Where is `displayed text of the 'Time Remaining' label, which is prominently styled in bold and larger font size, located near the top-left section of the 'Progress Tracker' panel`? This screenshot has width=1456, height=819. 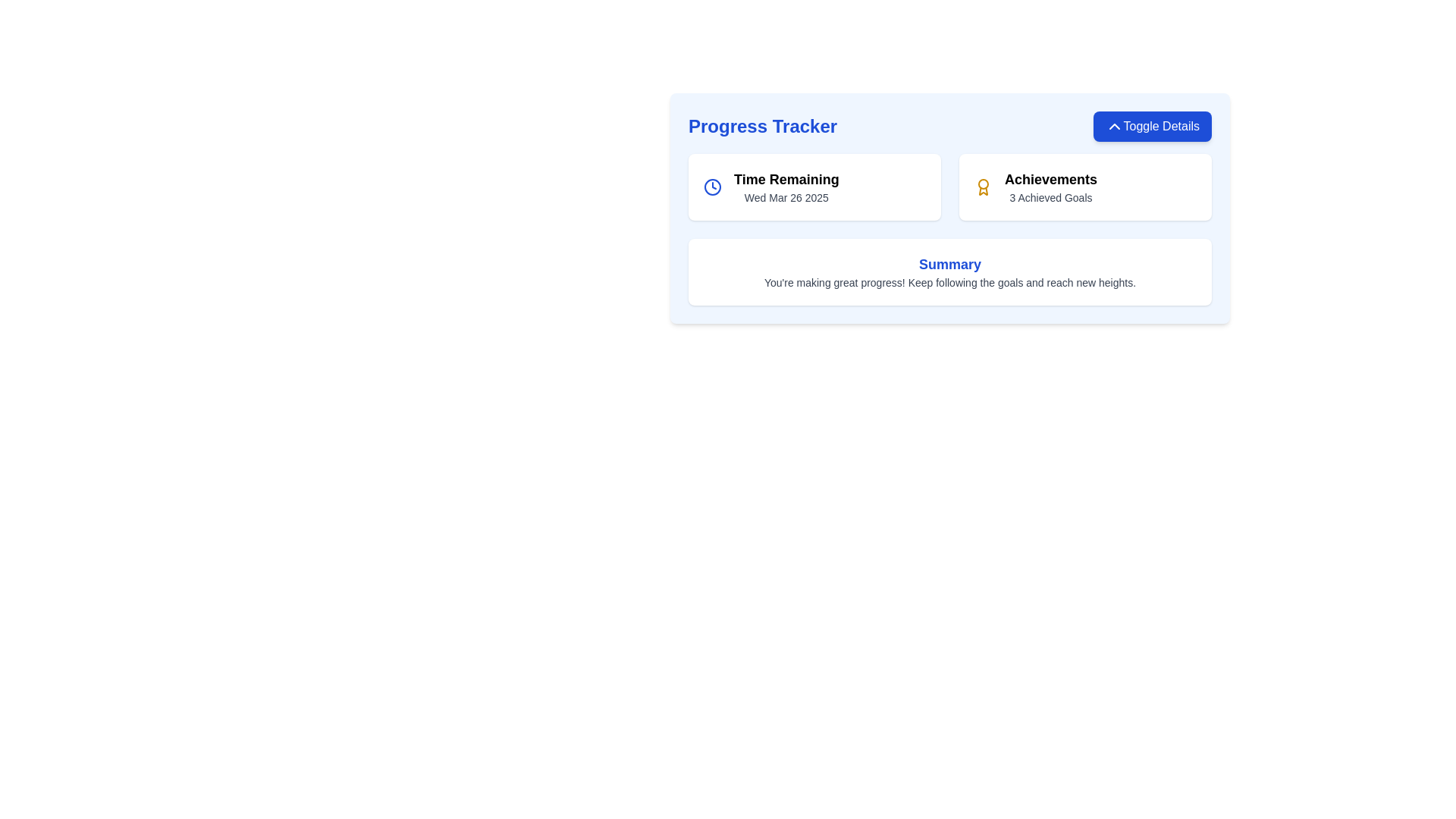 displayed text of the 'Time Remaining' label, which is prominently styled in bold and larger font size, located near the top-left section of the 'Progress Tracker' panel is located at coordinates (786, 178).